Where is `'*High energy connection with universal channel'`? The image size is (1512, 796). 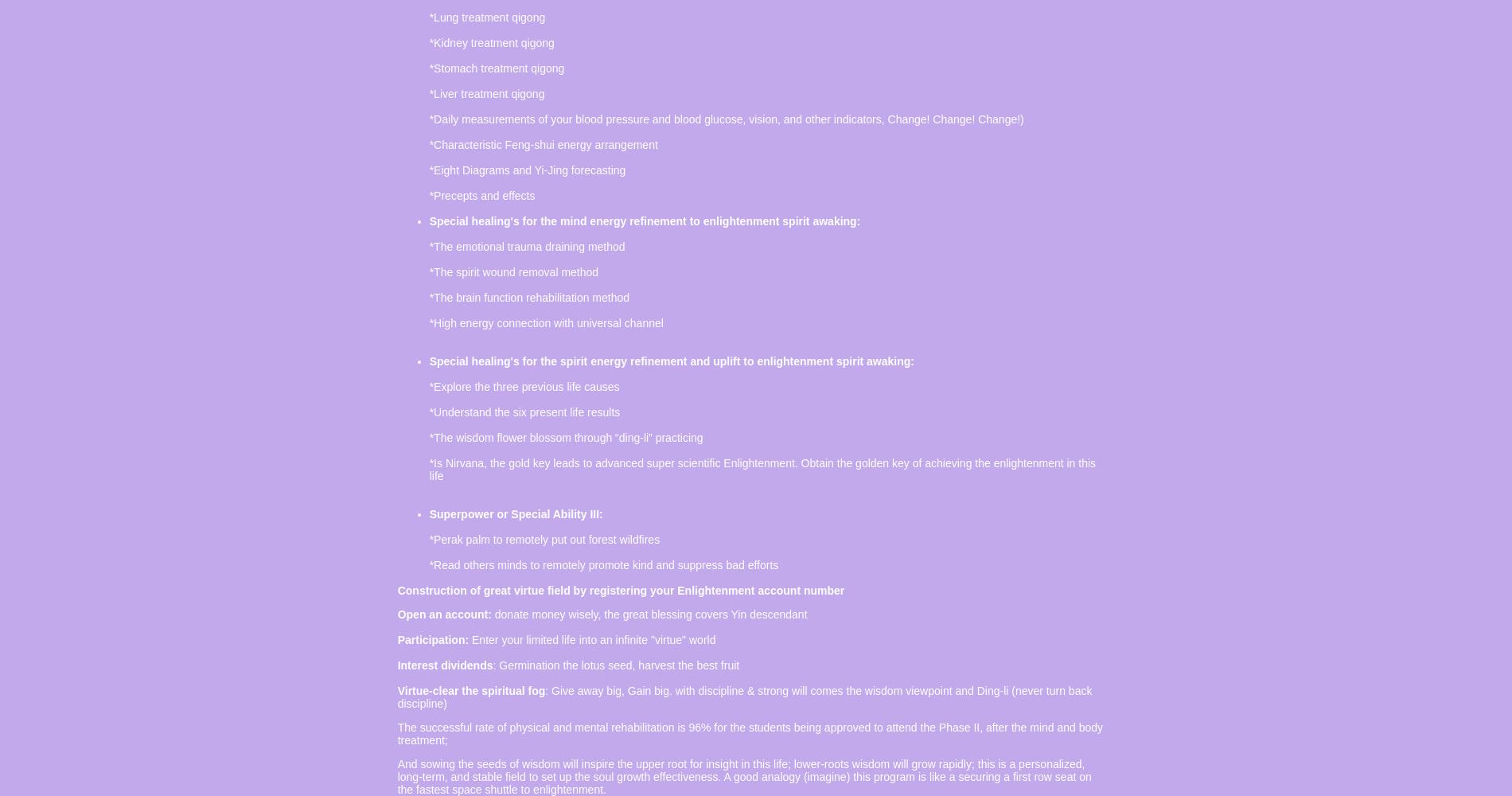 '*High energy connection with universal channel' is located at coordinates (546, 323).